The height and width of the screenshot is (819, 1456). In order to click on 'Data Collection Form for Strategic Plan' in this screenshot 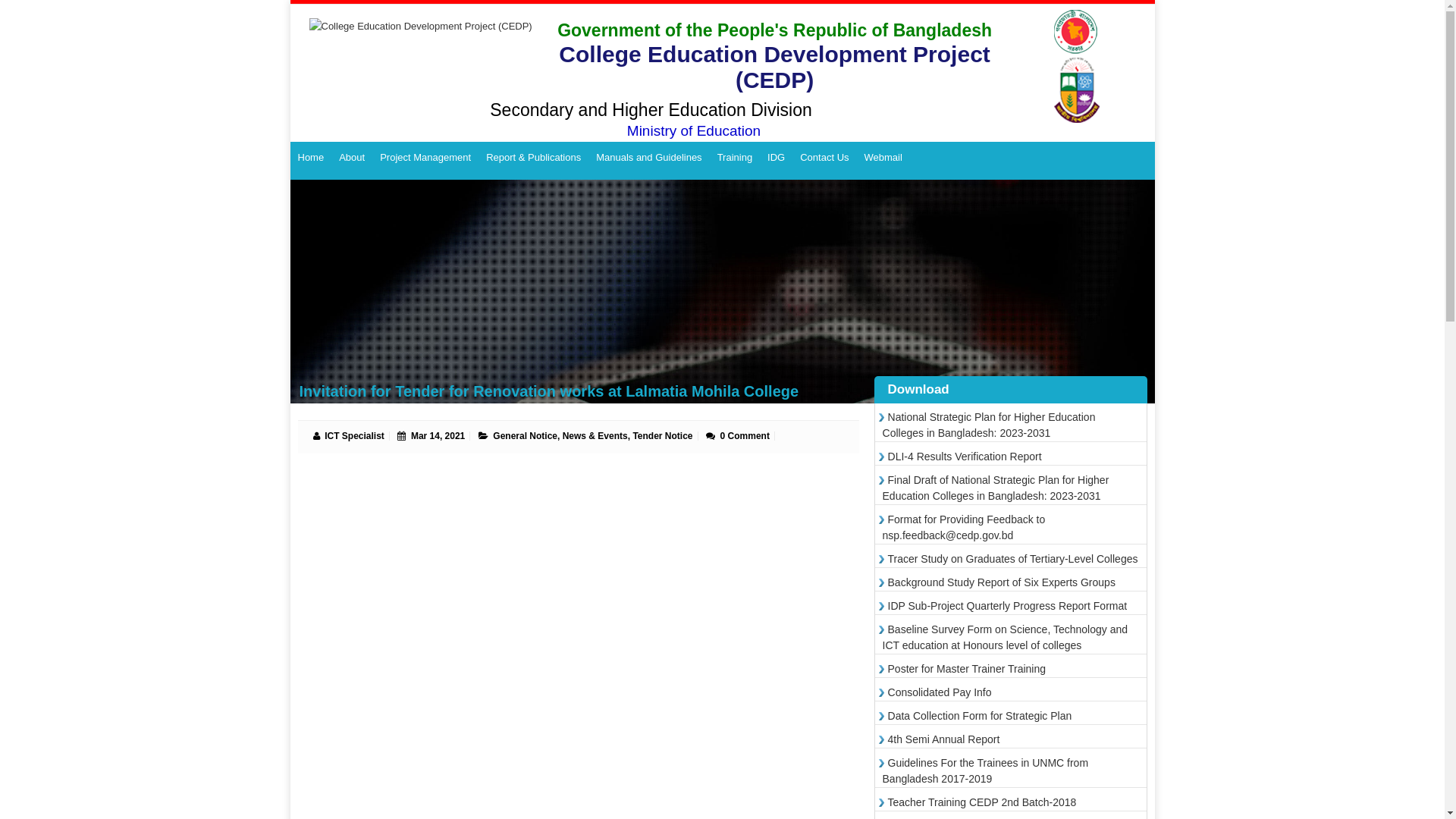, I will do `click(977, 716)`.